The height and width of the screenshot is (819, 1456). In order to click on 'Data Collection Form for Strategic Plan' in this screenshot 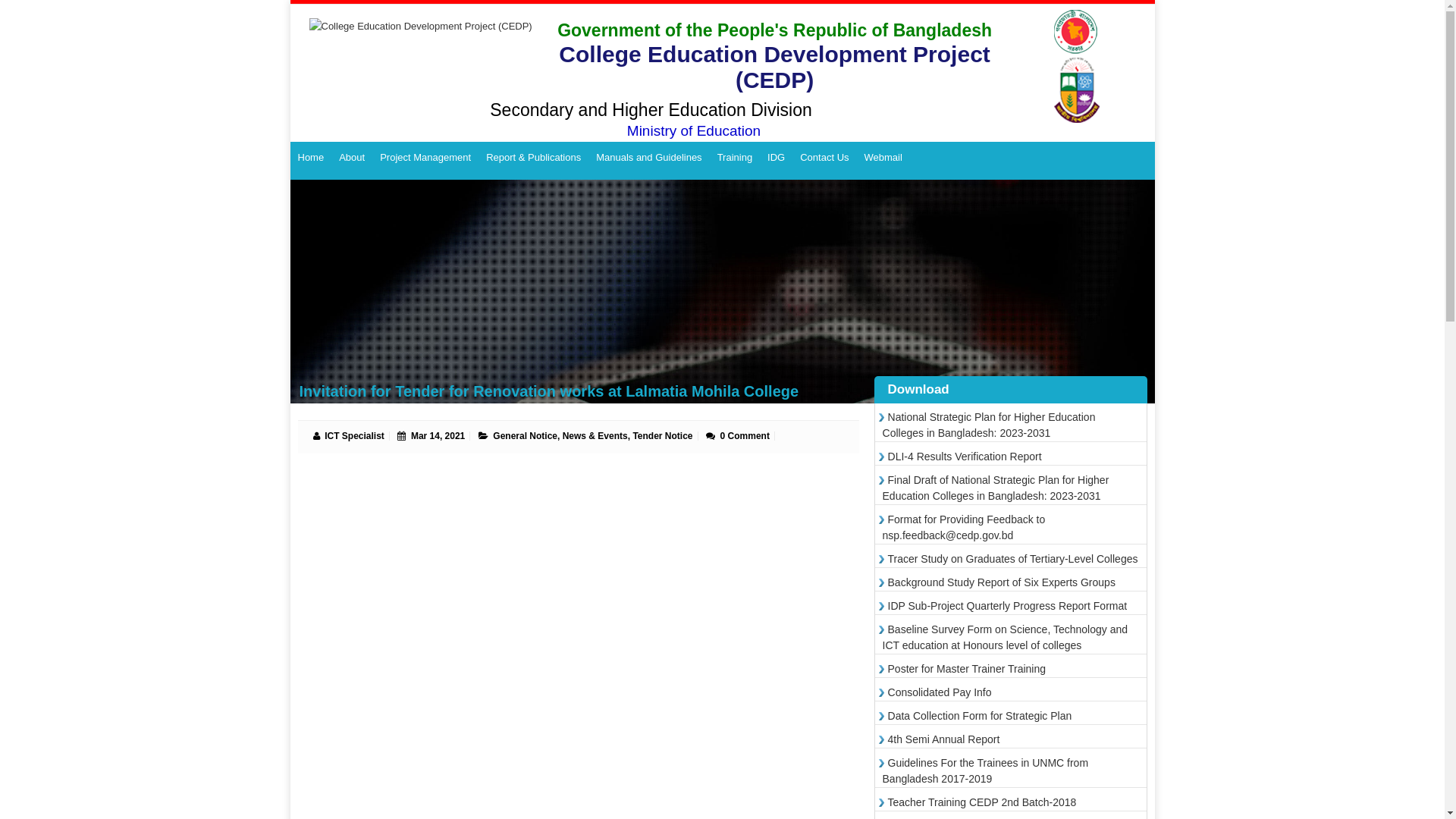, I will do `click(977, 716)`.